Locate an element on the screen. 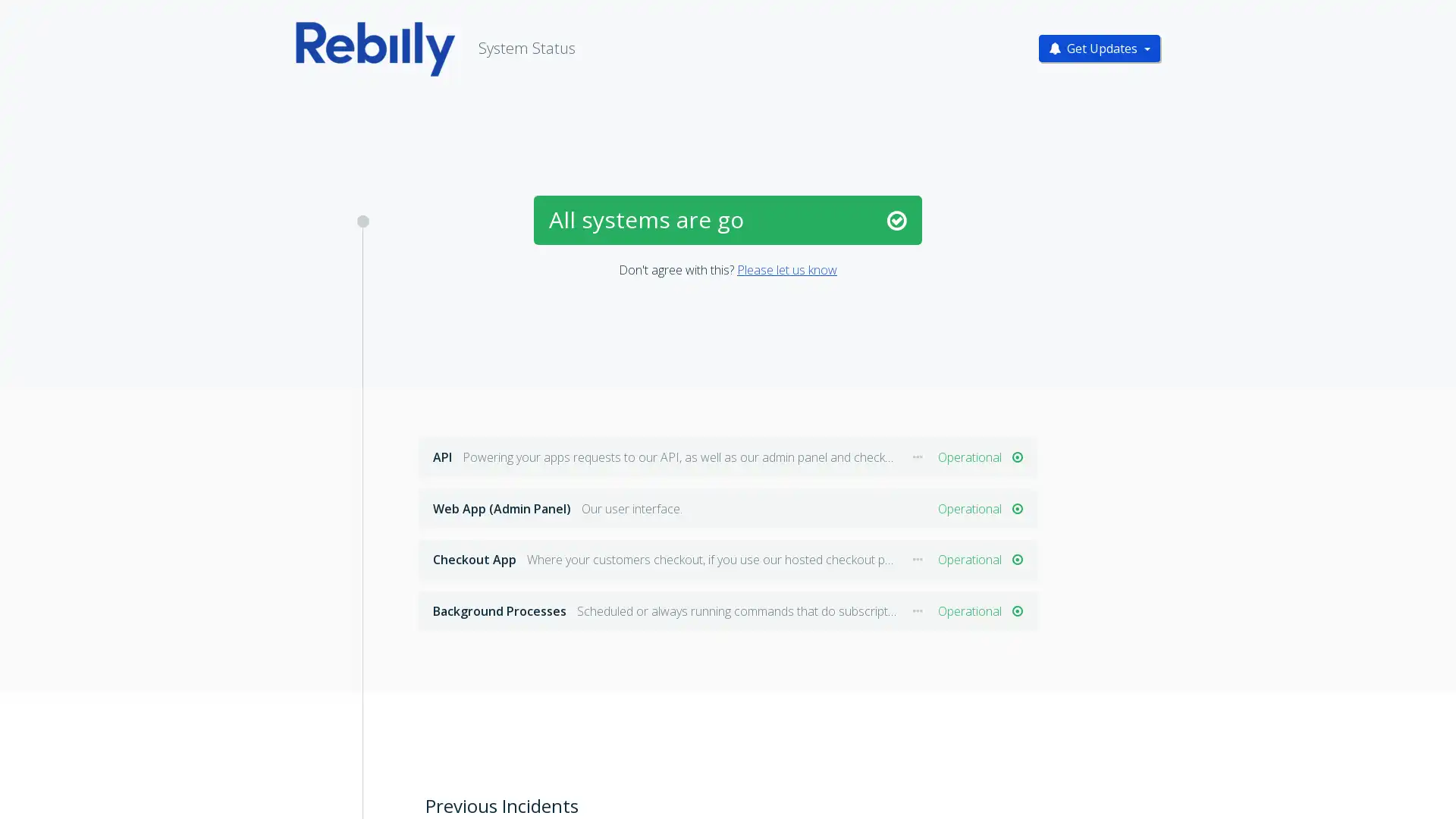 The width and height of the screenshot is (1456, 819). Click here to view the full description for this component is located at coordinates (917, 456).